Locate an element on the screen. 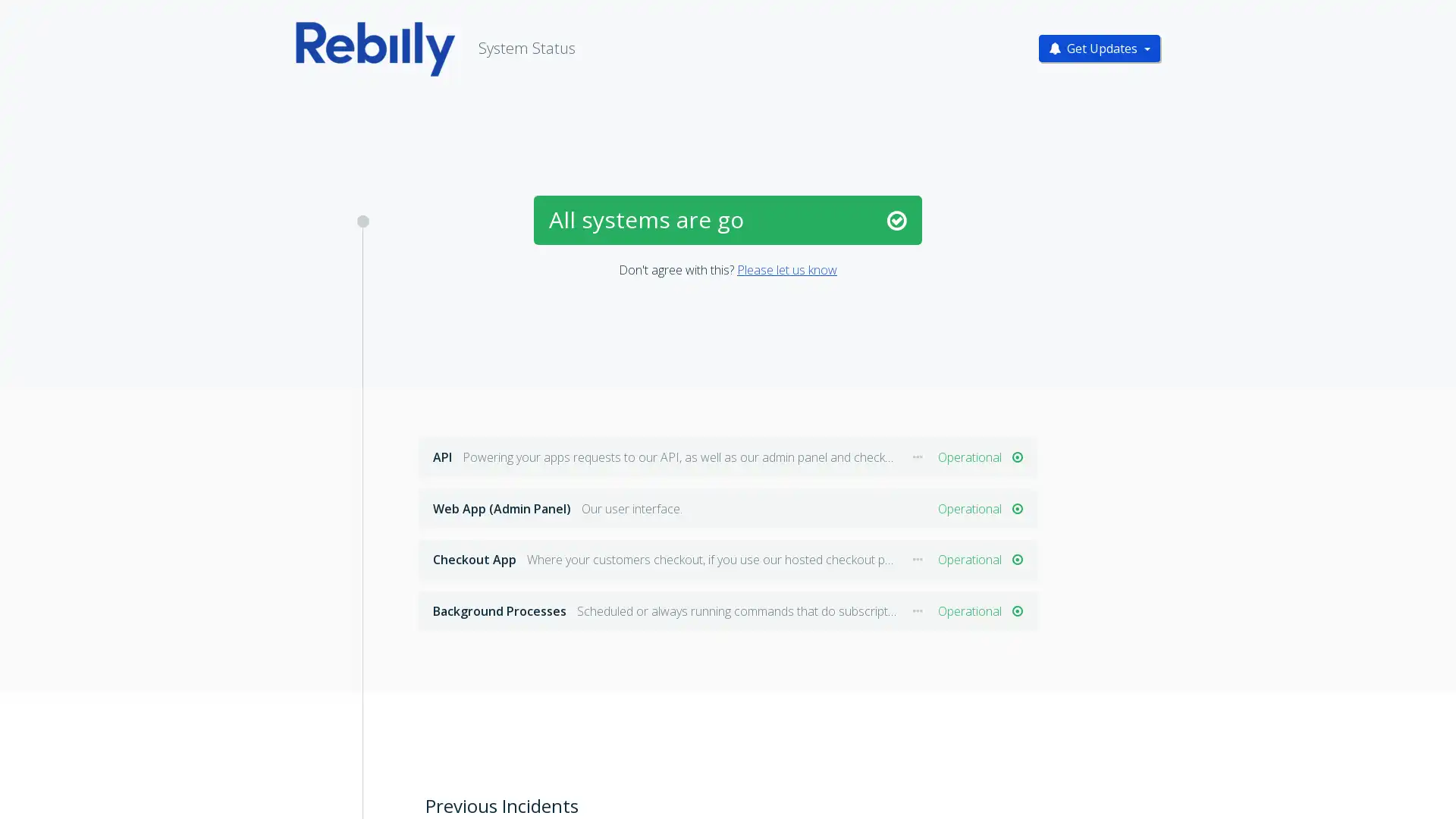 The width and height of the screenshot is (1456, 819). Click here to view the full description for this component is located at coordinates (917, 456).